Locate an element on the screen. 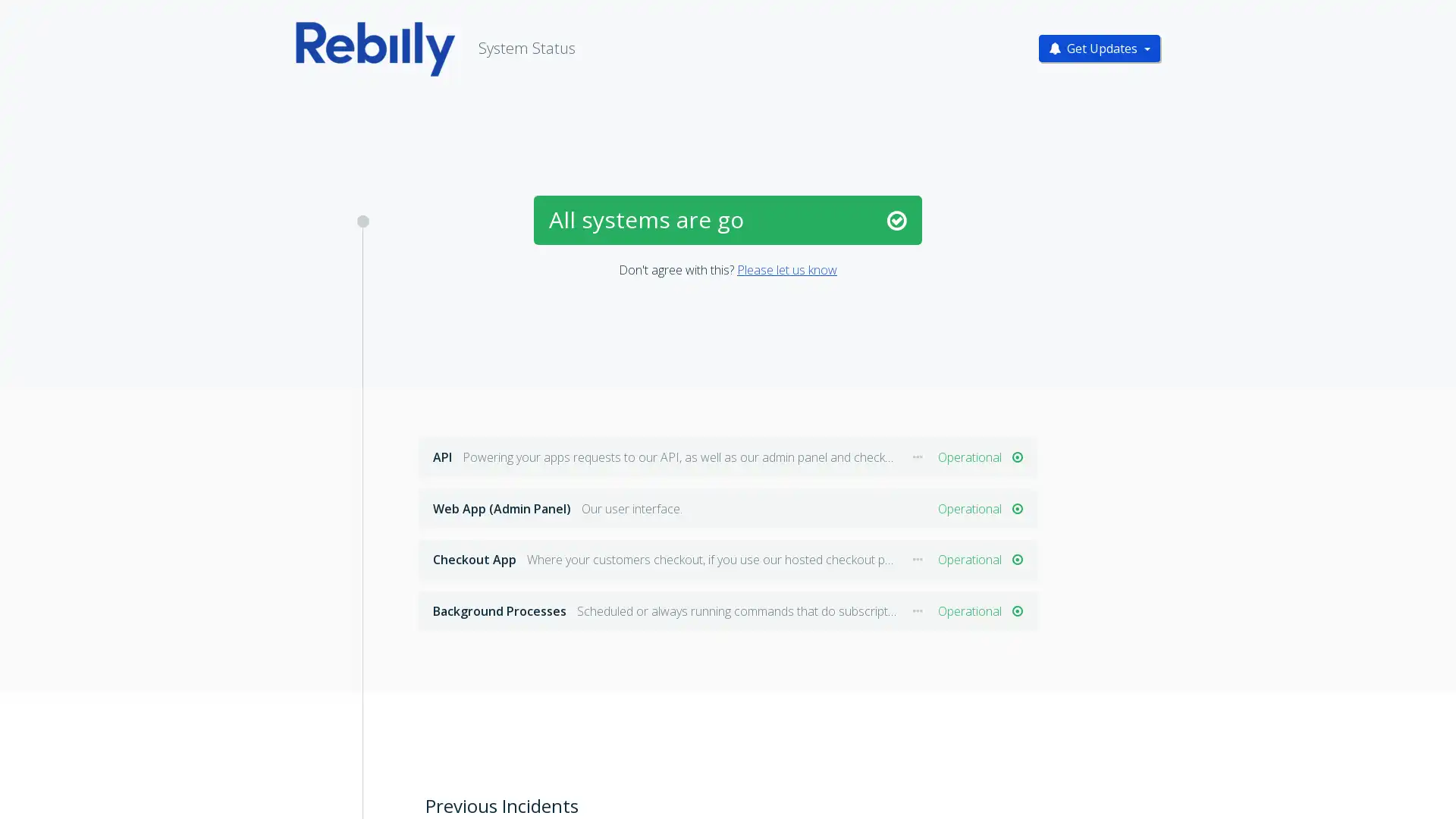 The width and height of the screenshot is (1456, 819). Click here to view the full description for this component is located at coordinates (917, 456).